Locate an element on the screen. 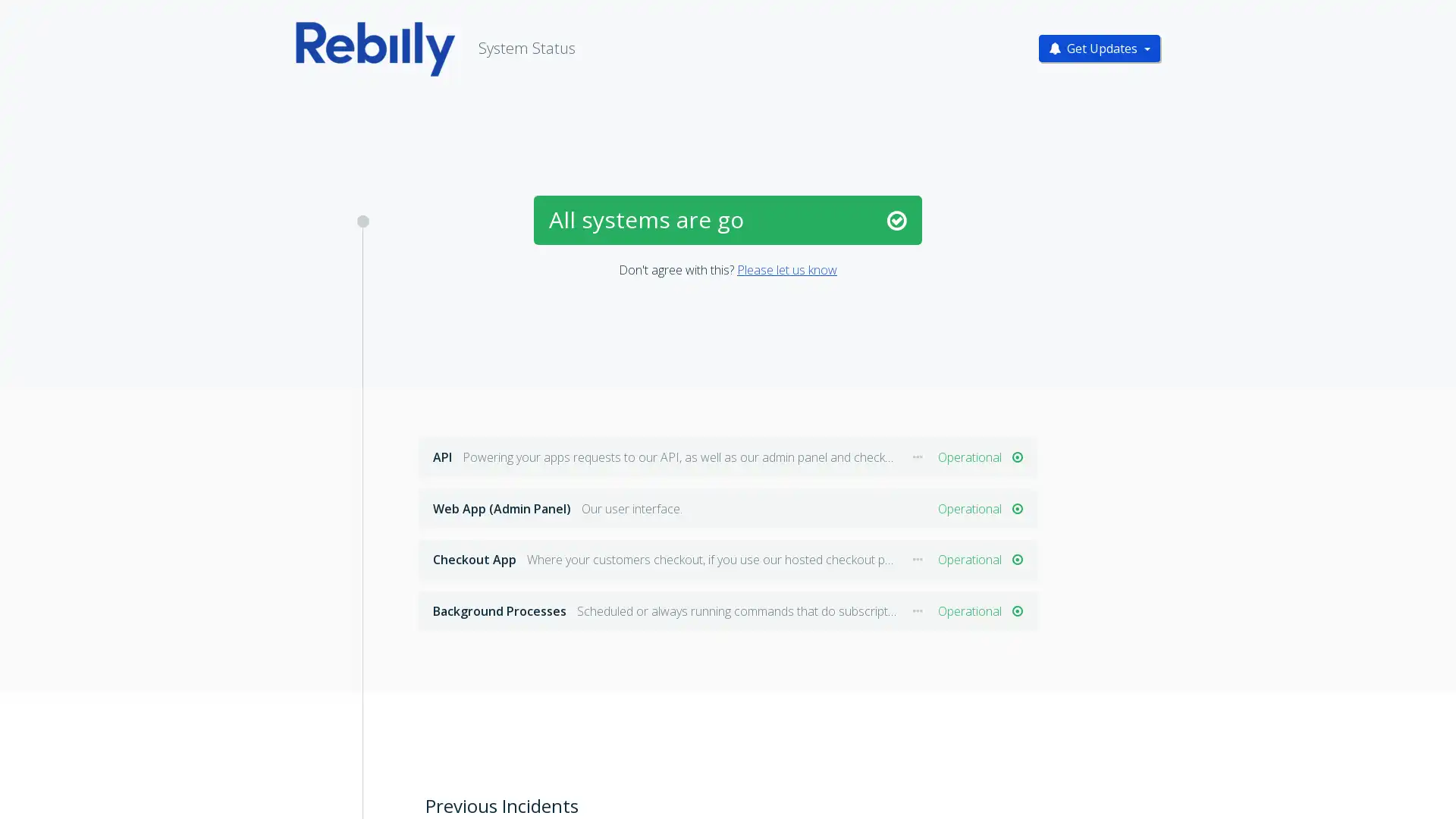 The width and height of the screenshot is (1456, 819). Click here to view the full description for this component is located at coordinates (917, 456).